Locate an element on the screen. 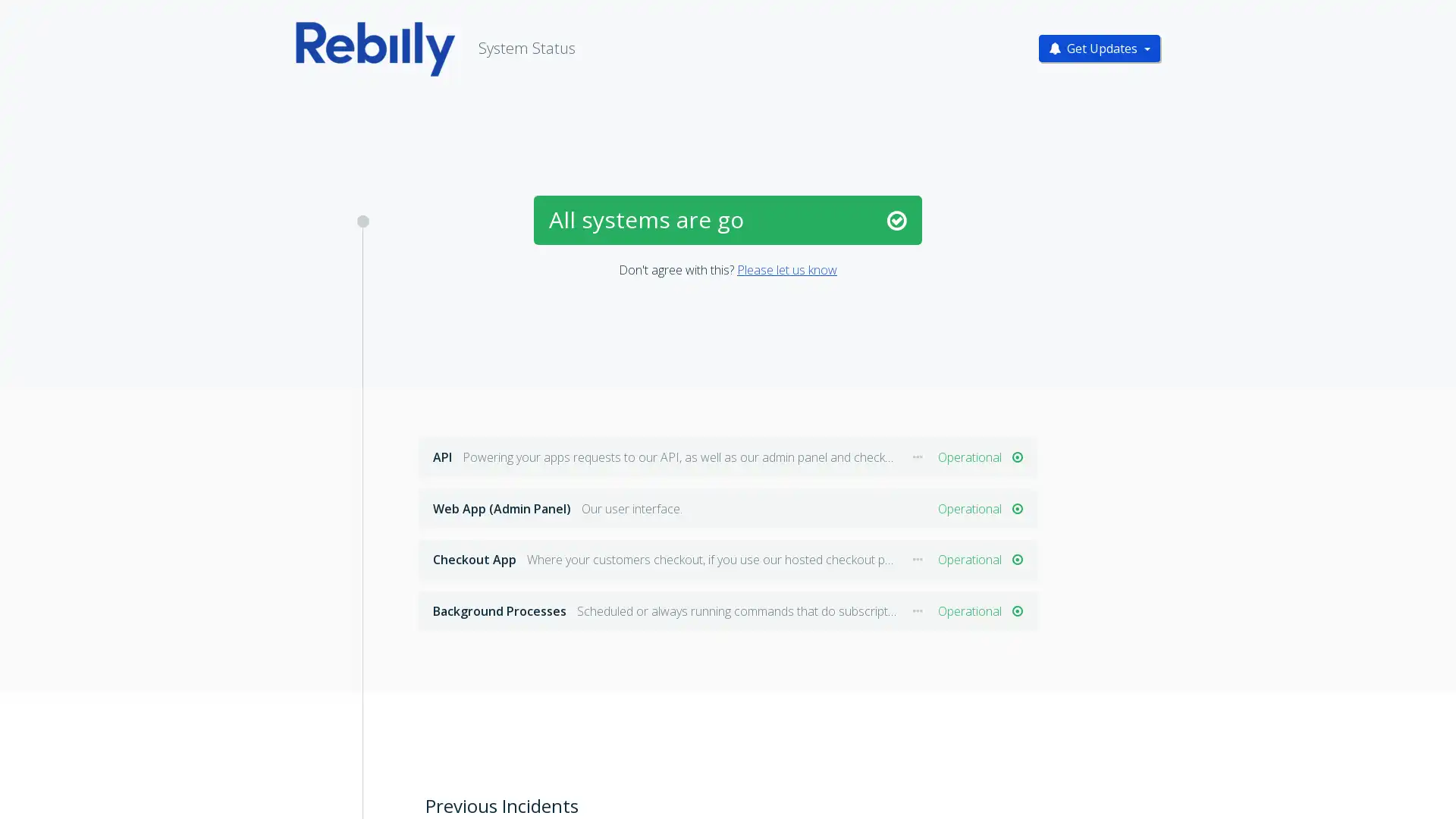 The width and height of the screenshot is (1456, 819). Click here to view the full description for this component is located at coordinates (917, 456).